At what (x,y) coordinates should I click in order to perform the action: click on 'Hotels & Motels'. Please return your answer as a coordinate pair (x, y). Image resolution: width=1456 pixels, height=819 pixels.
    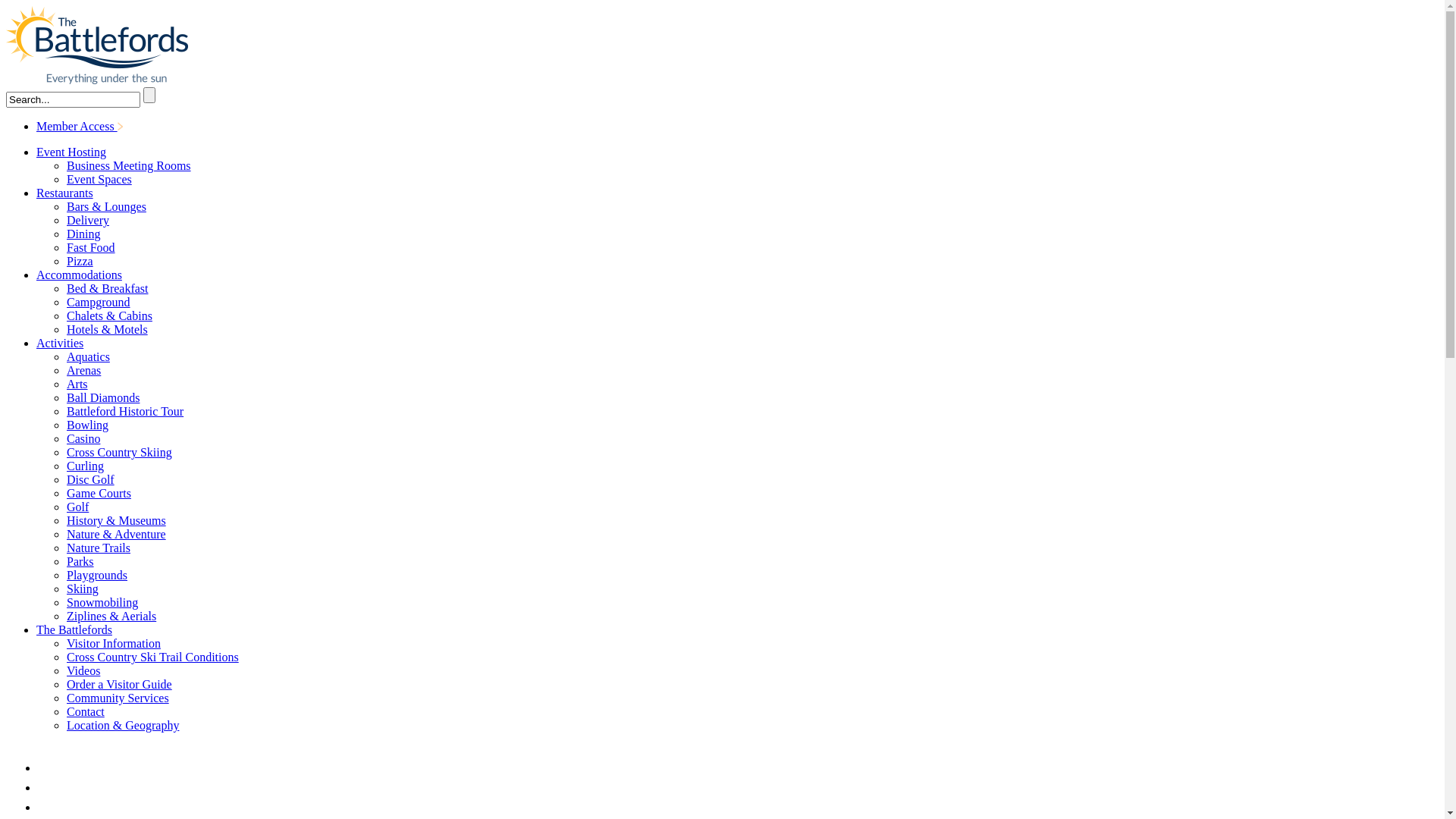
    Looking at the image, I should click on (106, 328).